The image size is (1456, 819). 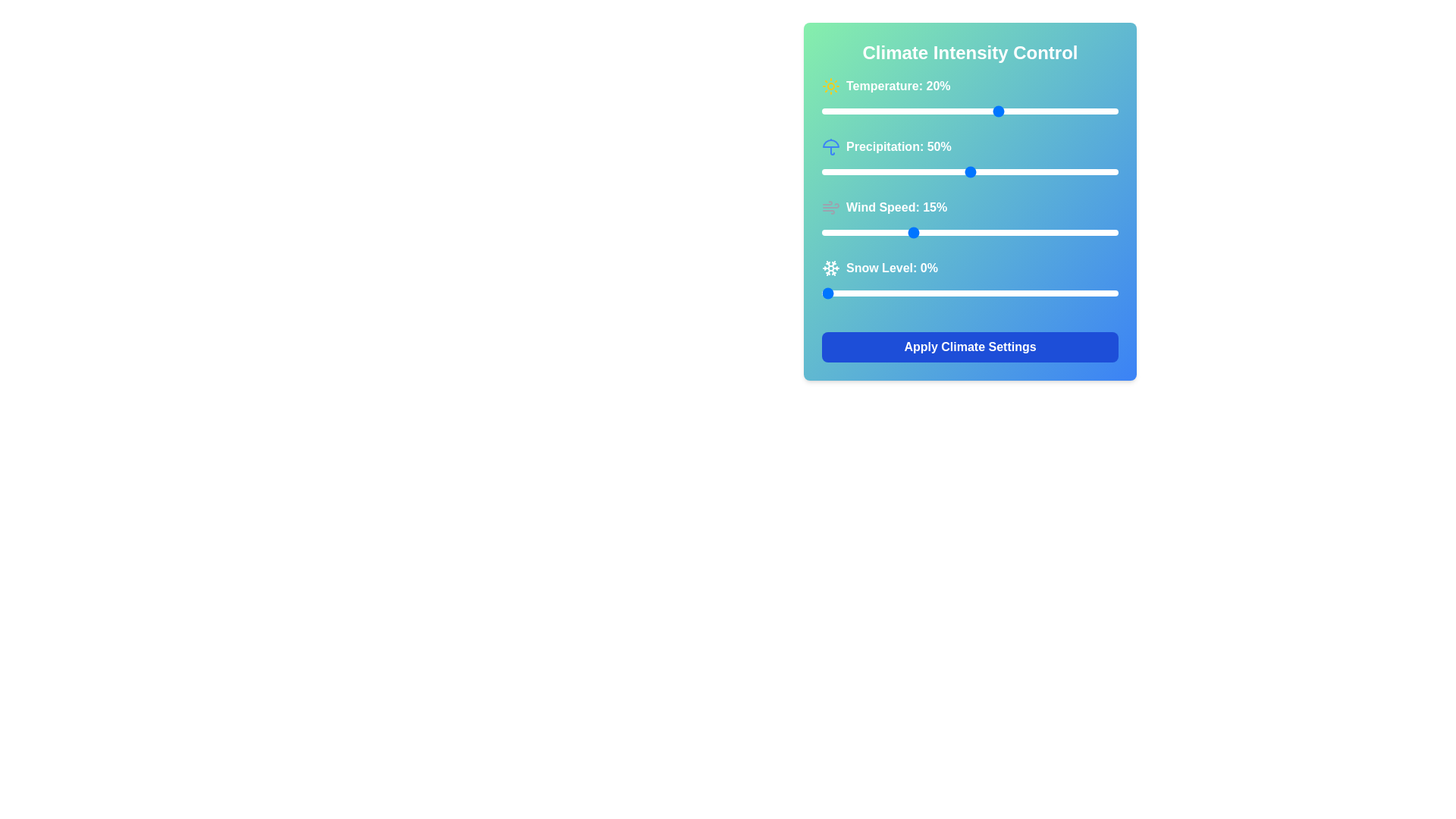 What do you see at coordinates (830, 146) in the screenshot?
I see `the small blue and white umbrella icon located to the left of the 'Precipitation: 50%' label under the 'Climate Intensity Control' header` at bounding box center [830, 146].